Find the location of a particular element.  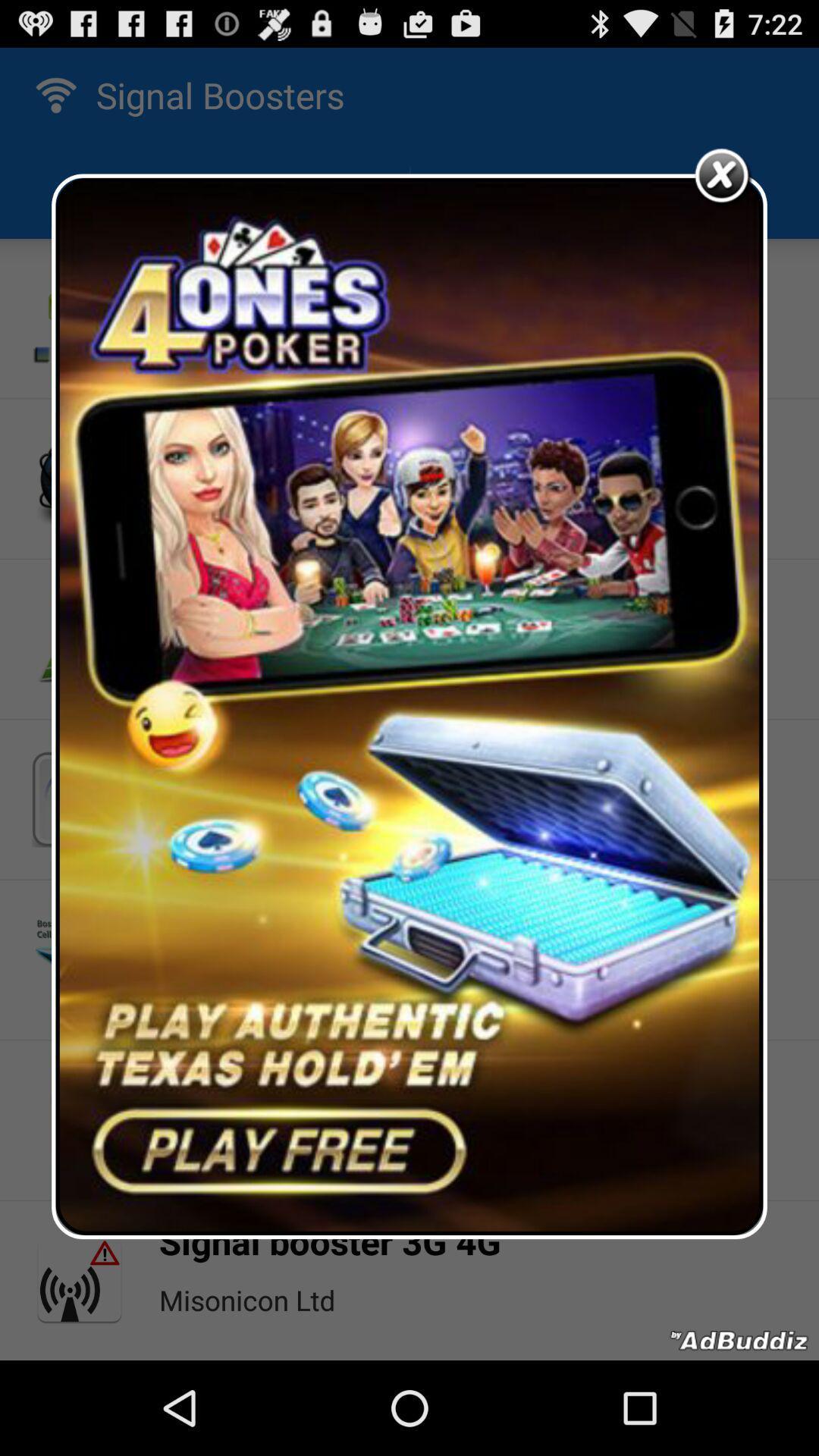

link to advertisement is located at coordinates (409, 705).